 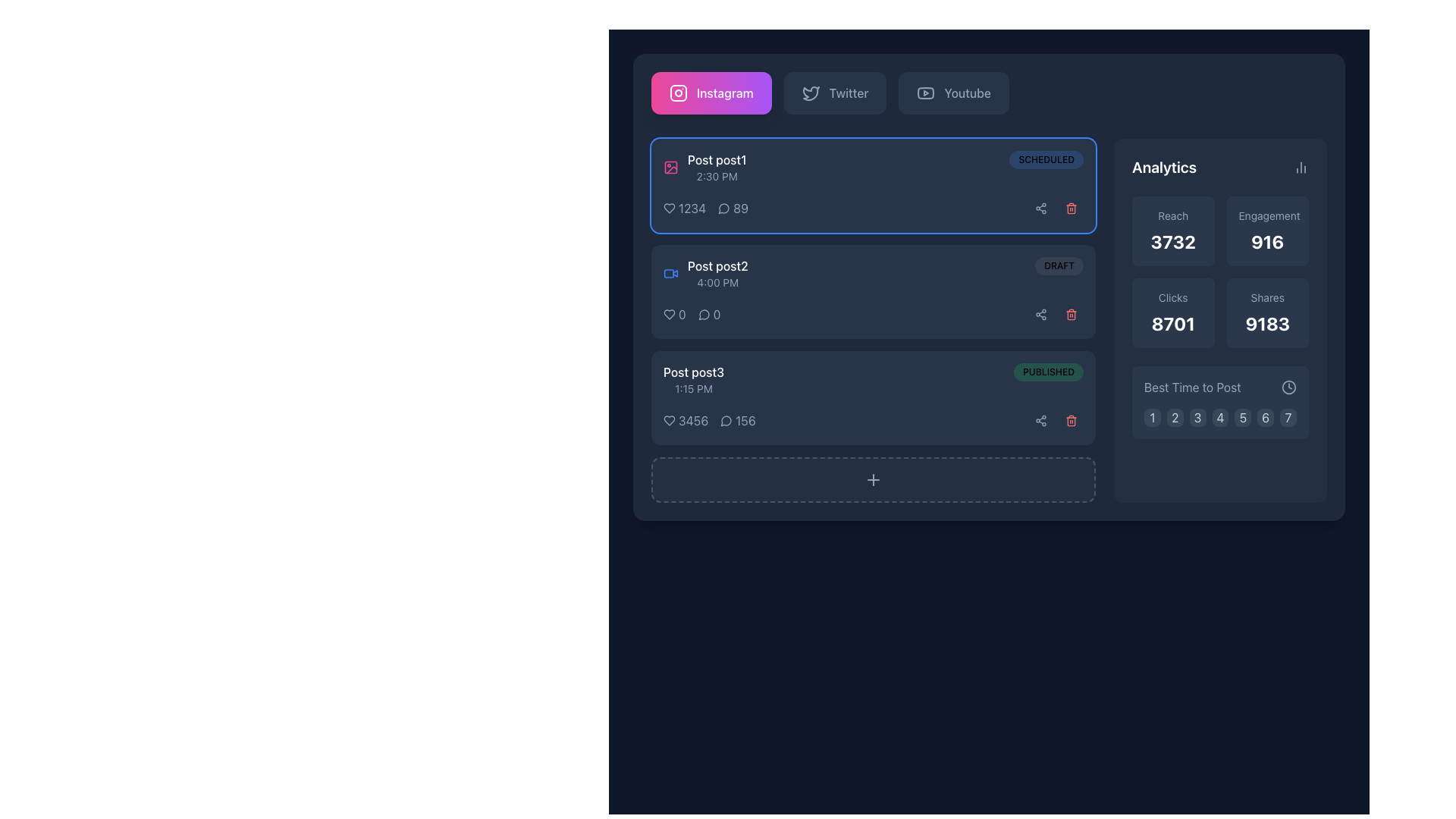 I want to click on the interactive button located at the bottom of the column, below the last post titled 'Post post3' with the time '1:15 PM', so click(x=874, y=479).